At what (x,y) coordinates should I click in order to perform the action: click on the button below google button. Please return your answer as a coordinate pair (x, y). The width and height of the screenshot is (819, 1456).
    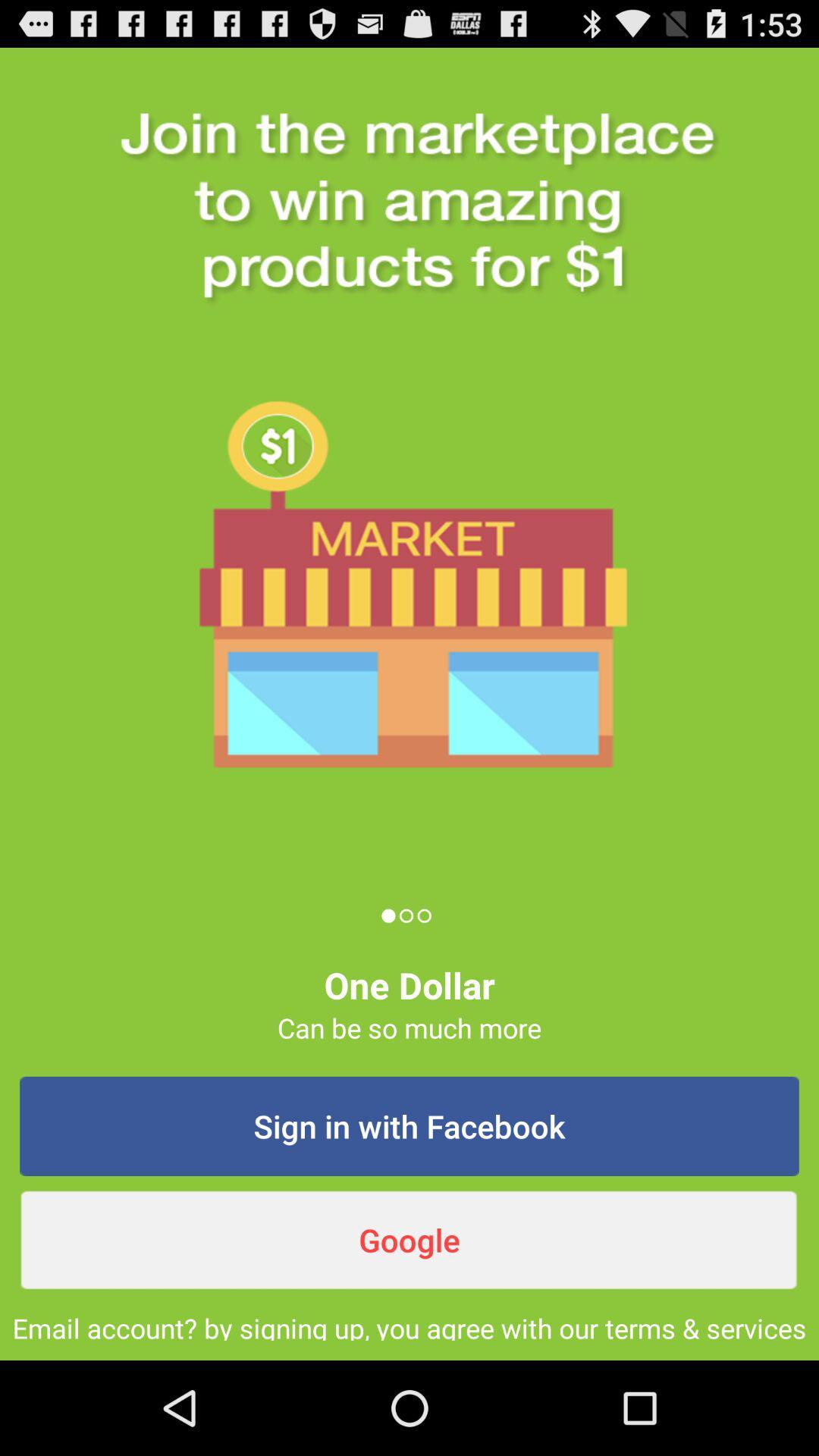
    Looking at the image, I should click on (409, 1324).